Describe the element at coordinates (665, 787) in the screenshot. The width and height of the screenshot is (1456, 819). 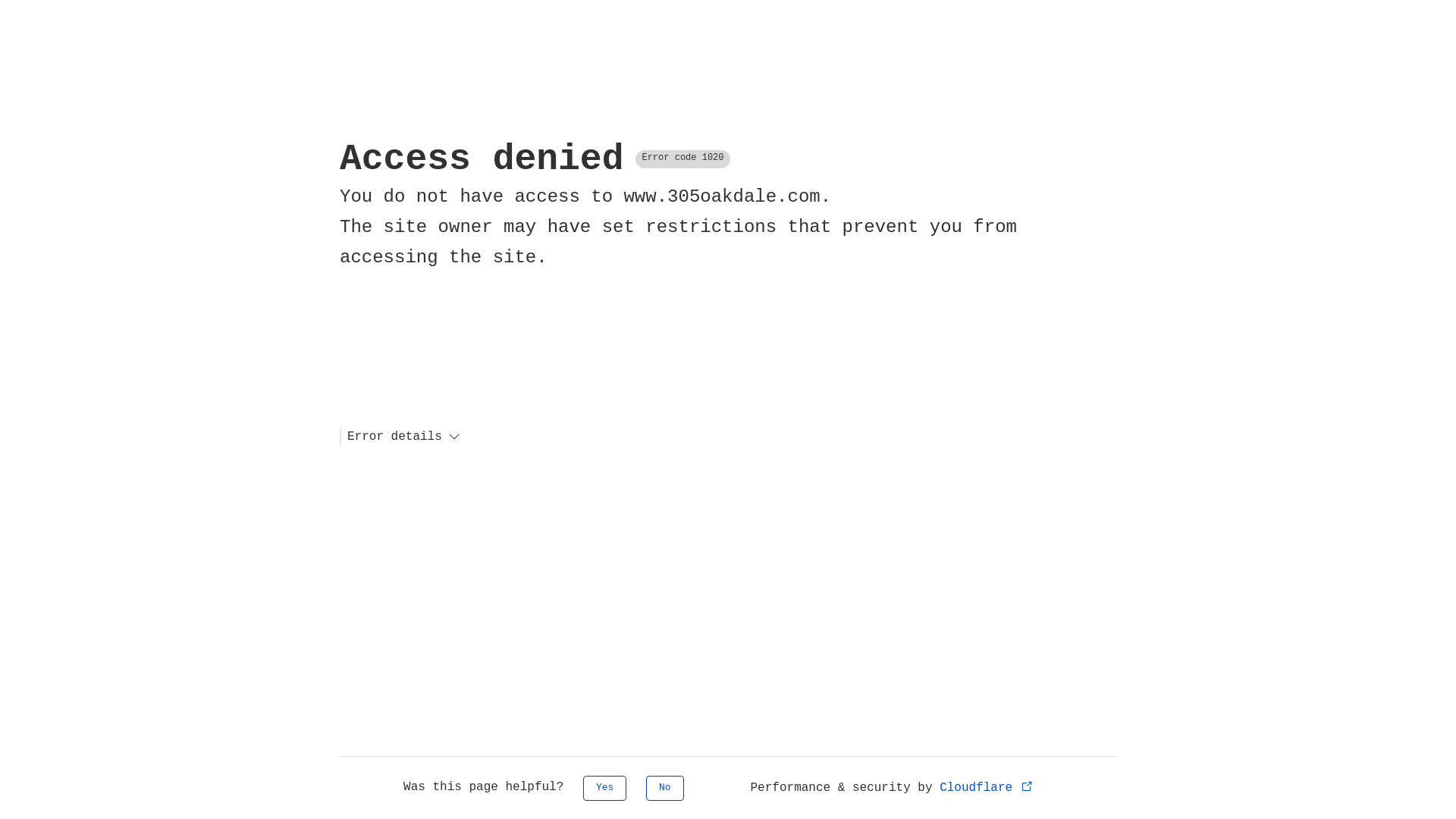
I see `'No'` at that location.